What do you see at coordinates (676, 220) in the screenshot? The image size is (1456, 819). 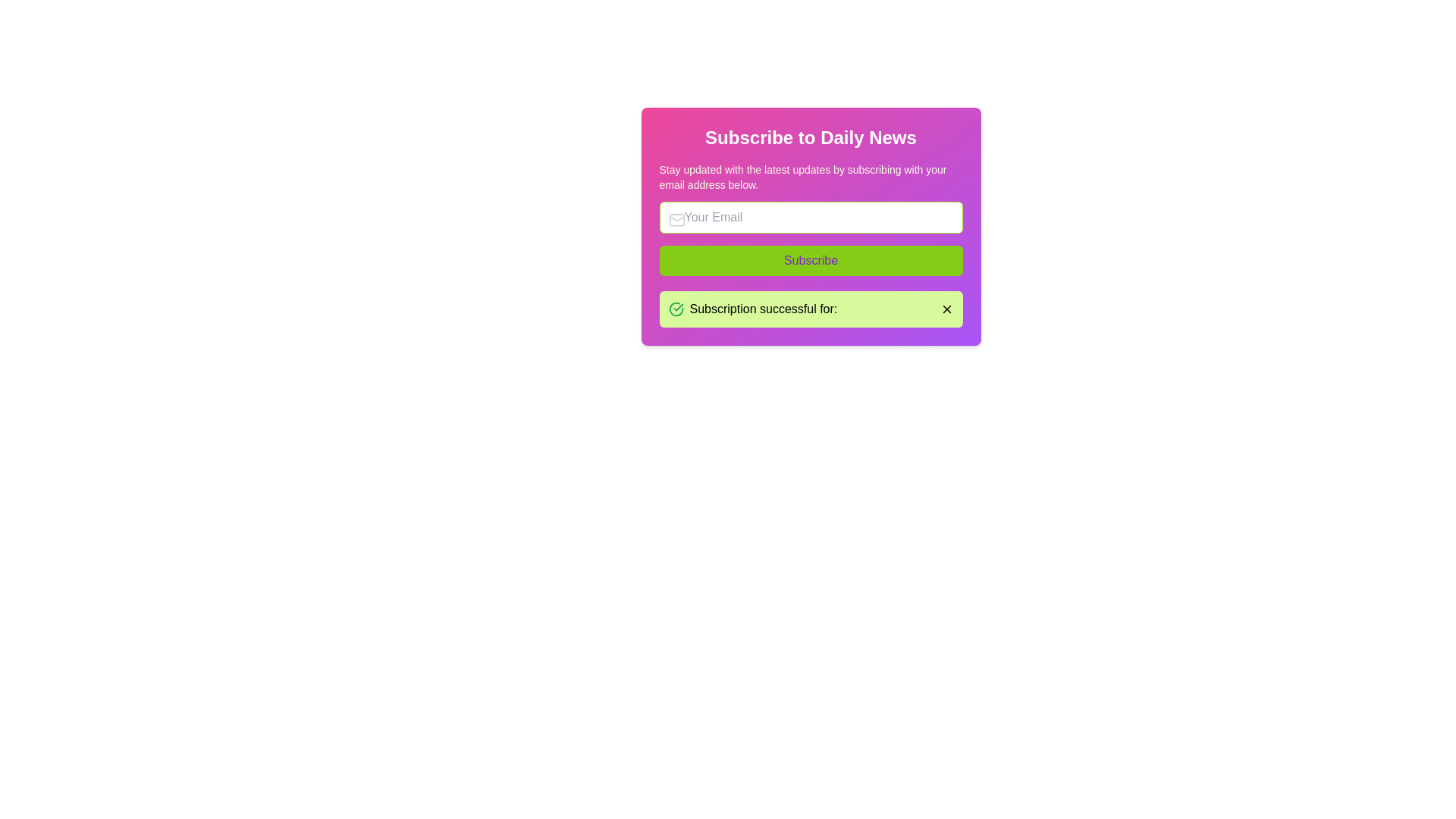 I see `the decorative rectangle element within the email icon, which serves as part of the email input field` at bounding box center [676, 220].